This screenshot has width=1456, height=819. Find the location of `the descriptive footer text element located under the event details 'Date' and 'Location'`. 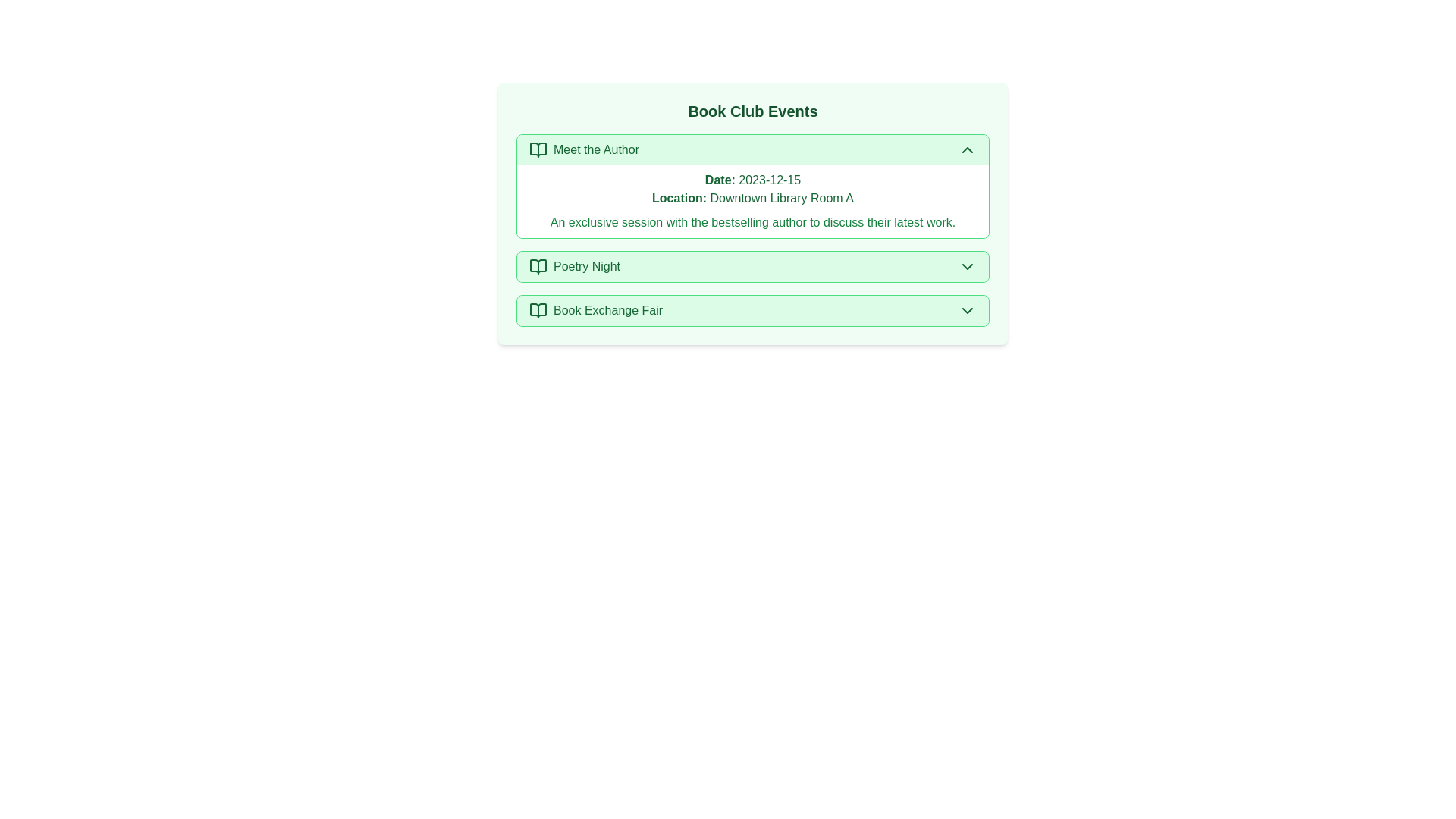

the descriptive footer text element located under the event details 'Date' and 'Location' is located at coordinates (753, 222).